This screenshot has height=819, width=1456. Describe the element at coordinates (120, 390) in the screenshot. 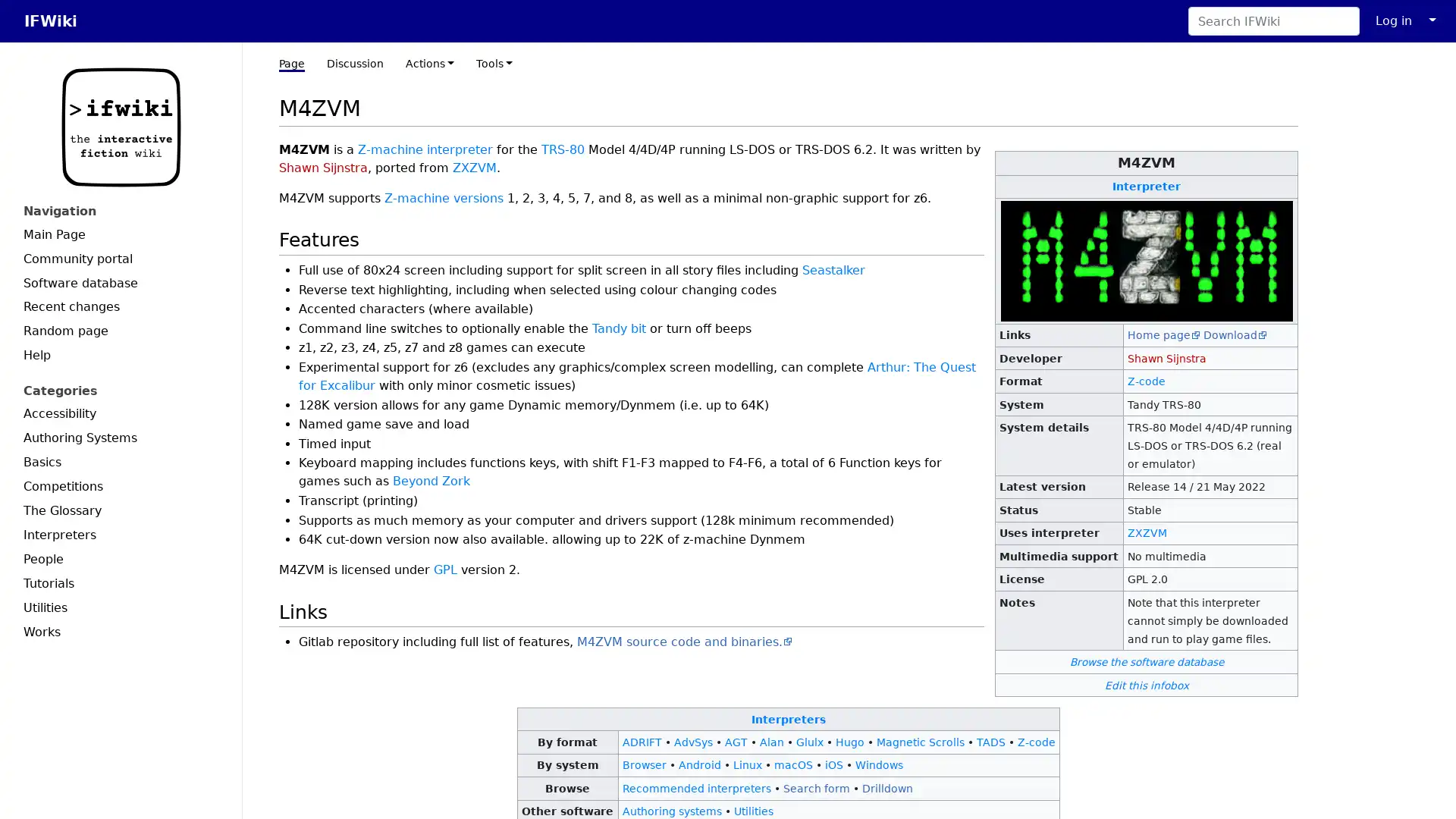

I see `Categories` at that location.